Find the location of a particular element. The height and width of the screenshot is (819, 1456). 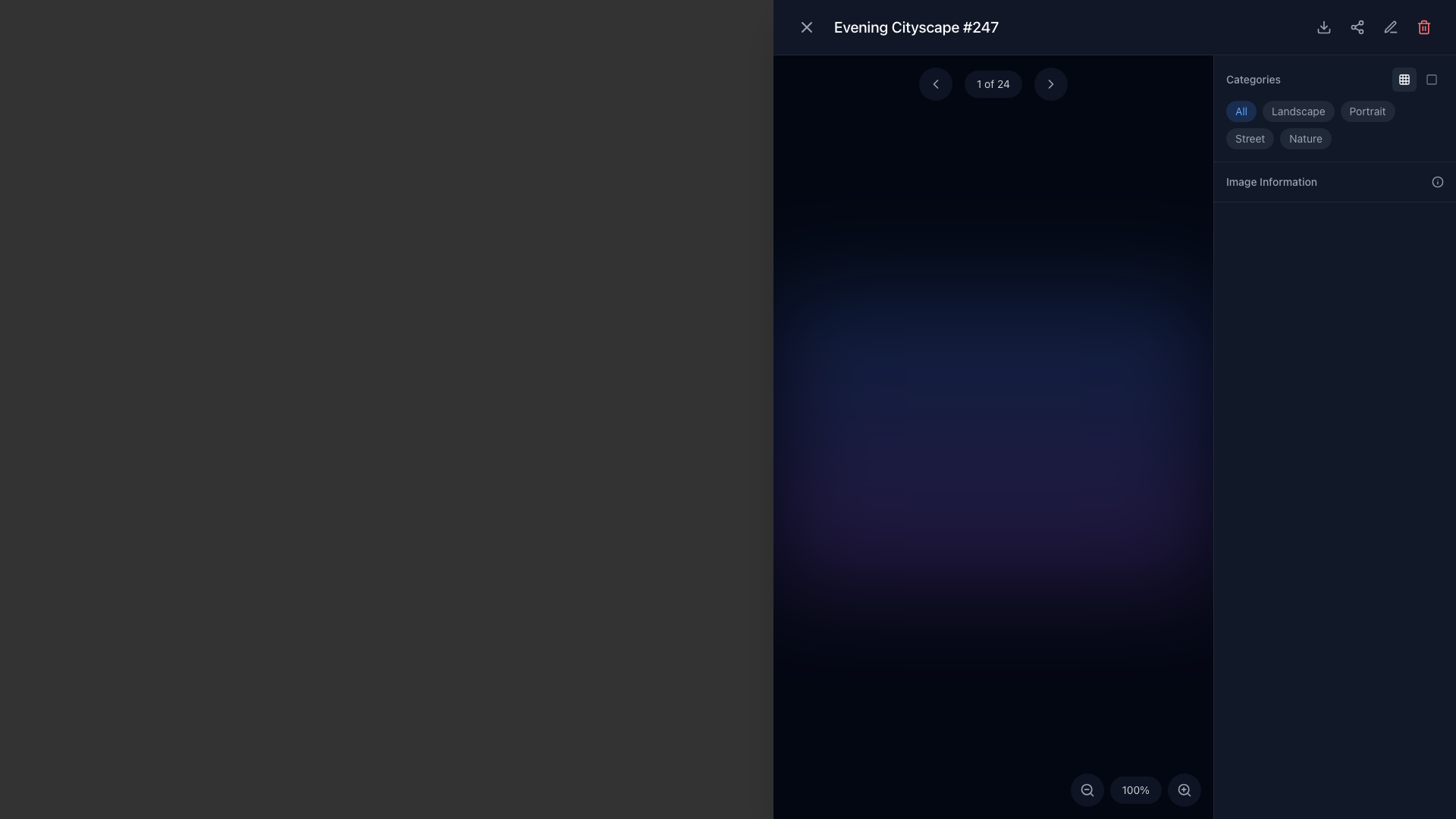

the circular 'X' icon button located in the top-left corner of the panel near the title 'Evening Cityscape #247' to potentially reveal a tooltip is located at coordinates (806, 27).